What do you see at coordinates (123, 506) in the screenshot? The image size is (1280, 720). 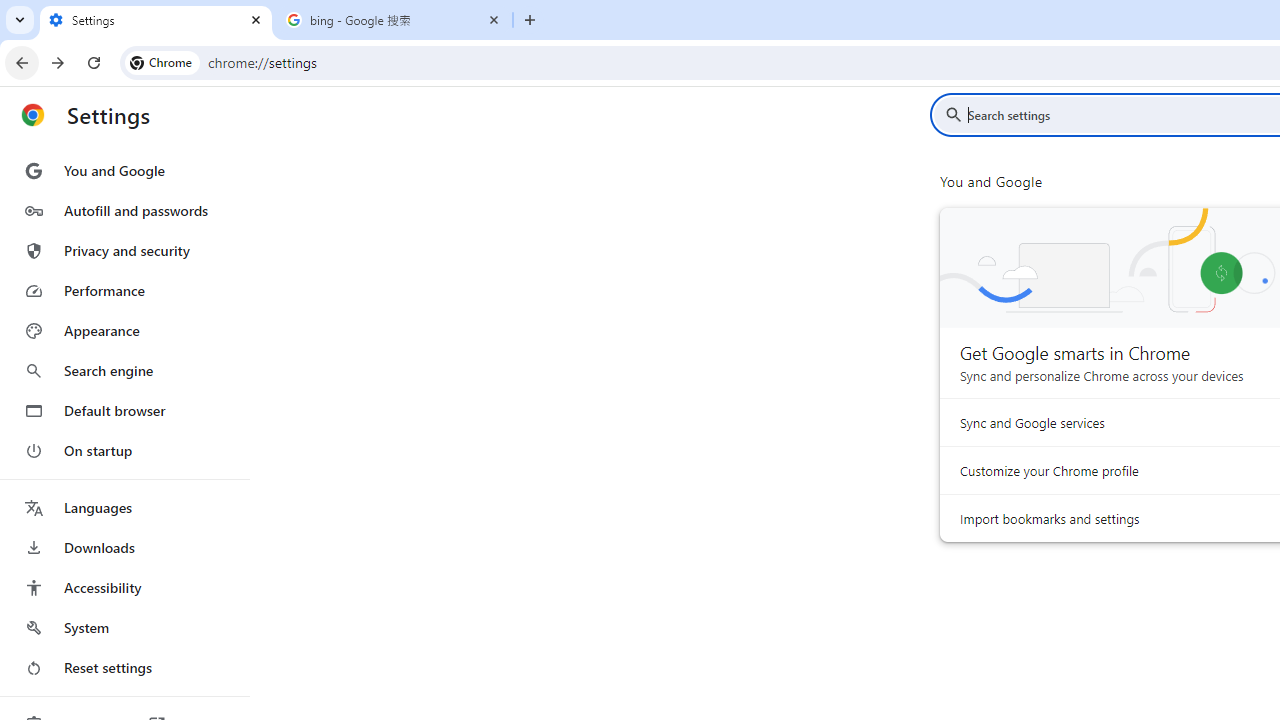 I see `'Languages'` at bounding box center [123, 506].